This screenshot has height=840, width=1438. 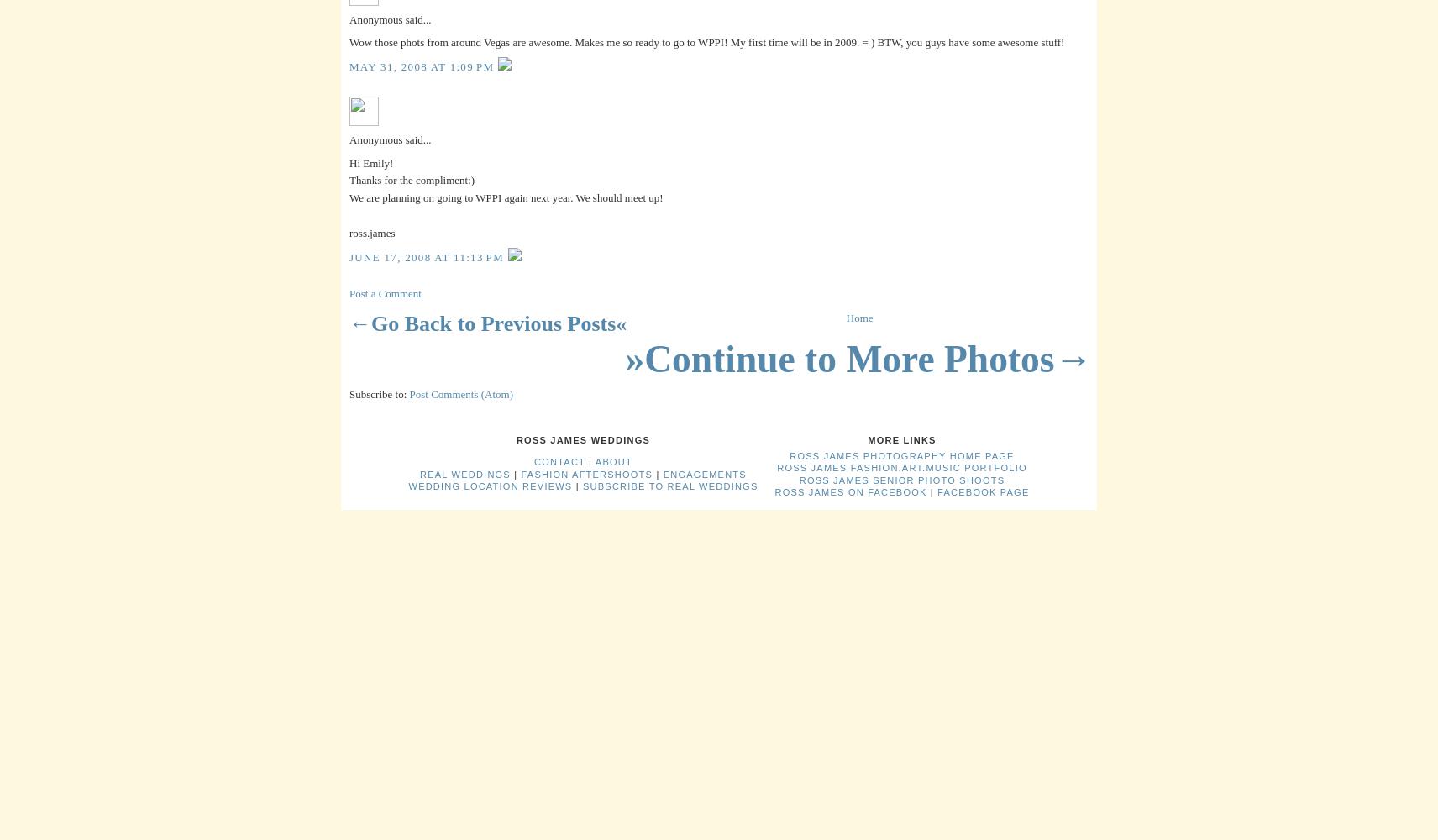 What do you see at coordinates (411, 179) in the screenshot?
I see `'Thanks for the compliment:)'` at bounding box center [411, 179].